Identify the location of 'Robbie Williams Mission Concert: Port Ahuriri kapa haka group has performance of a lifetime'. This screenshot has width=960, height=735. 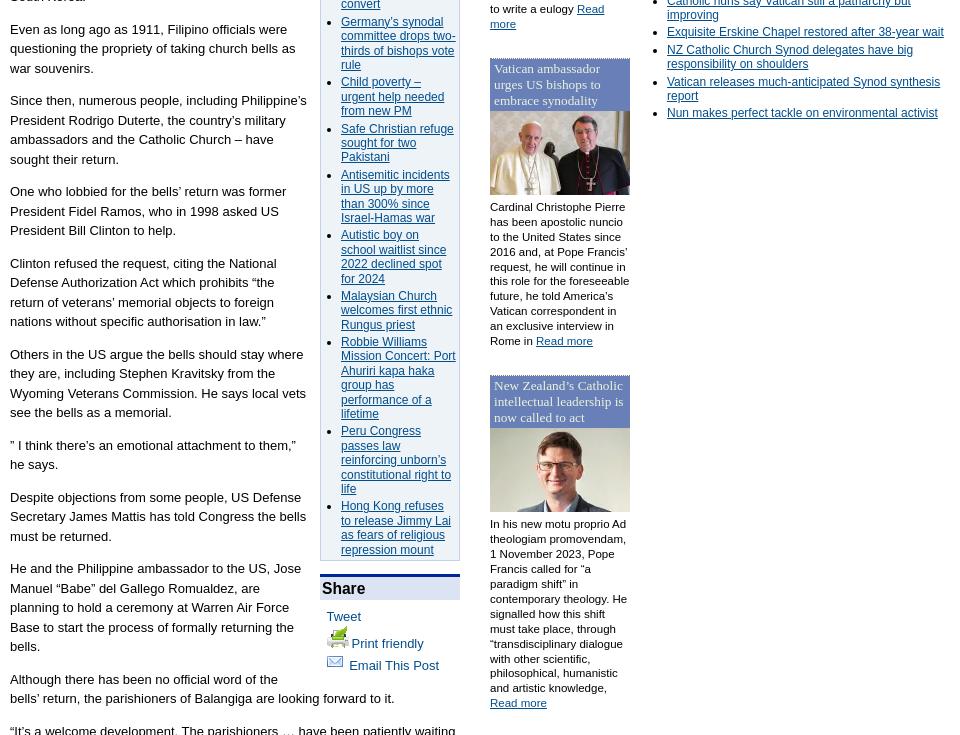
(397, 378).